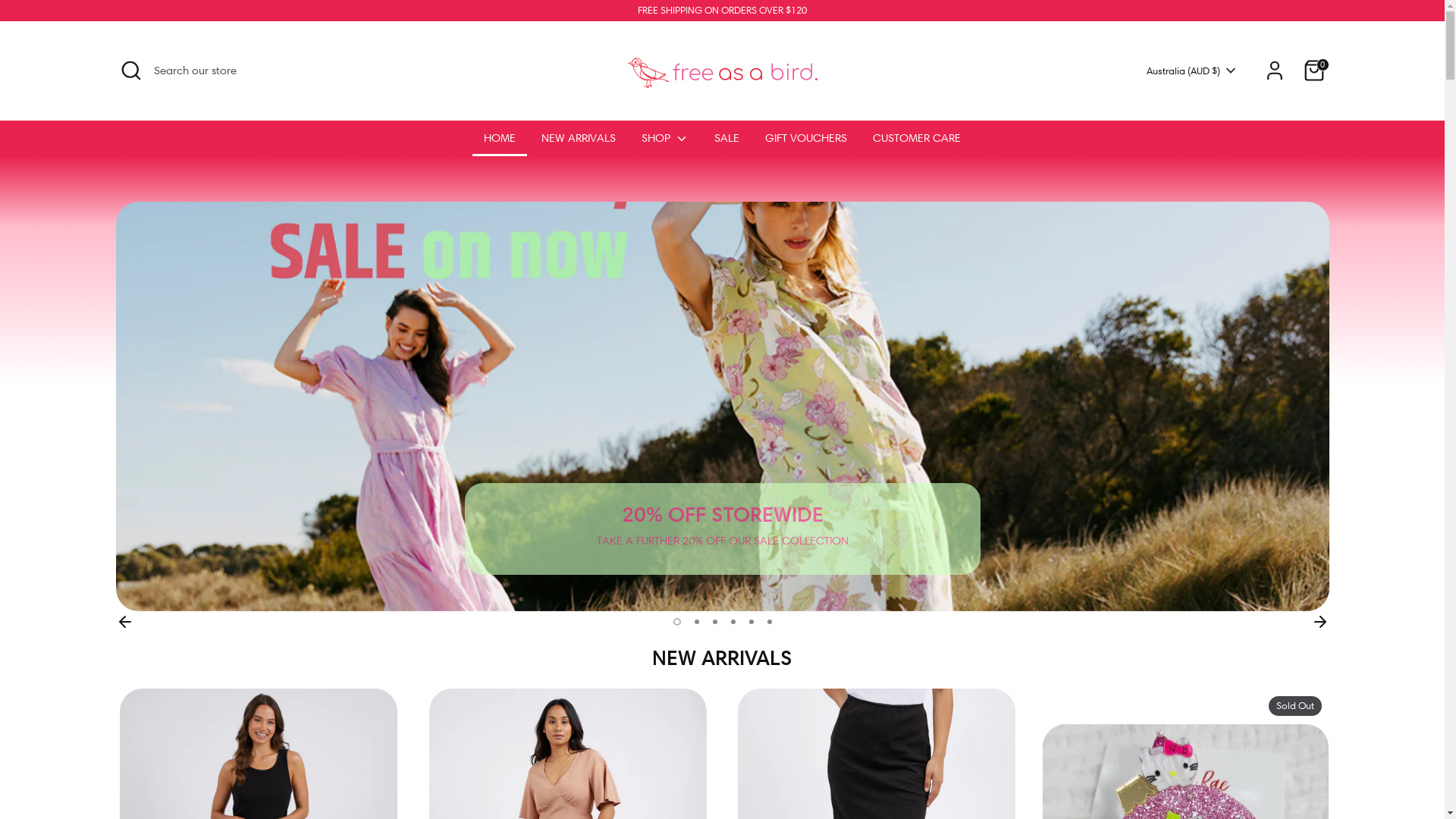  What do you see at coordinates (472, 143) in the screenshot?
I see `'HOME'` at bounding box center [472, 143].